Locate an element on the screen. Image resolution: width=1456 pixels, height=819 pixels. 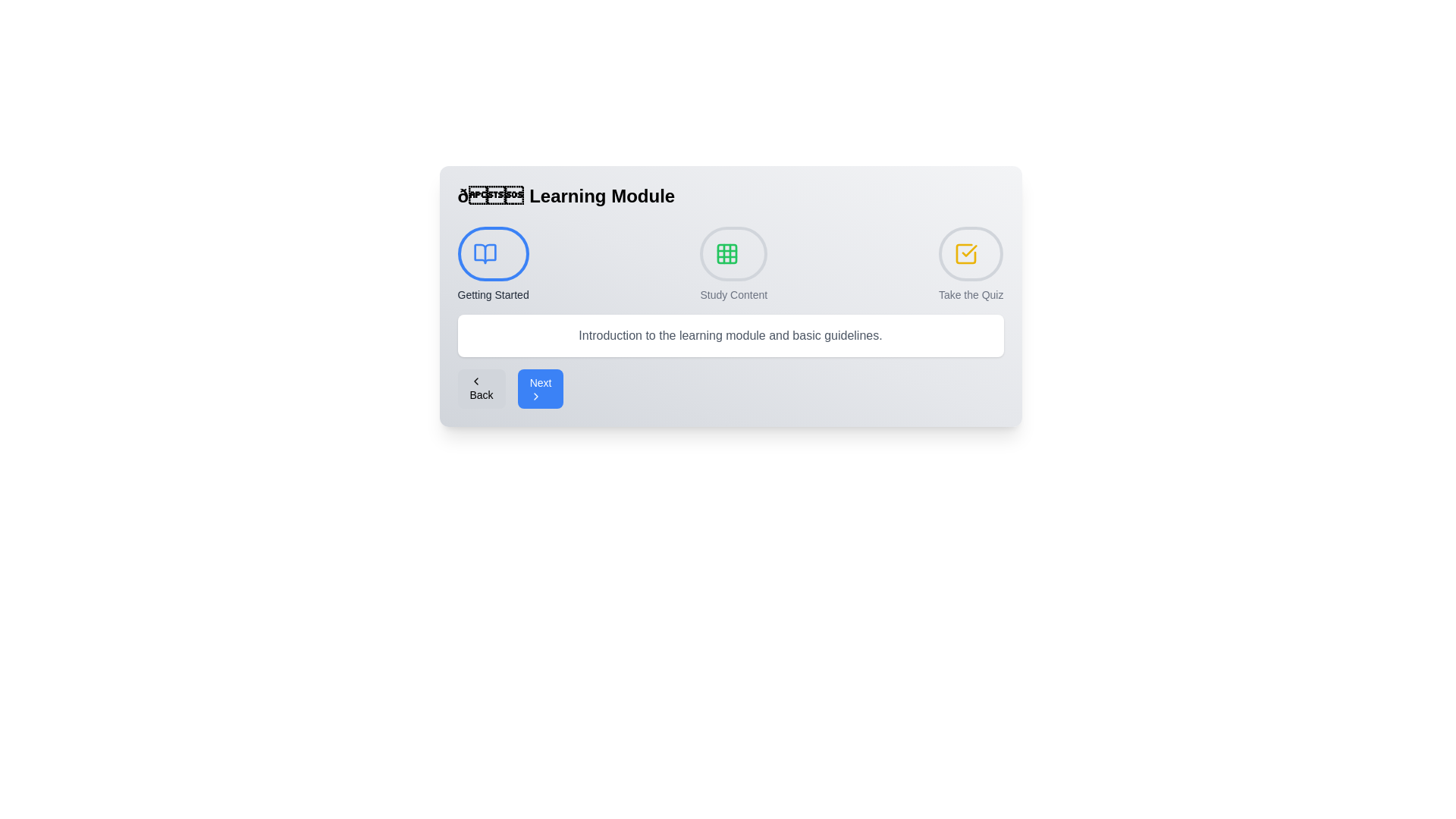
the step indicator for Take the Quiz to navigate to that step is located at coordinates (971, 253).